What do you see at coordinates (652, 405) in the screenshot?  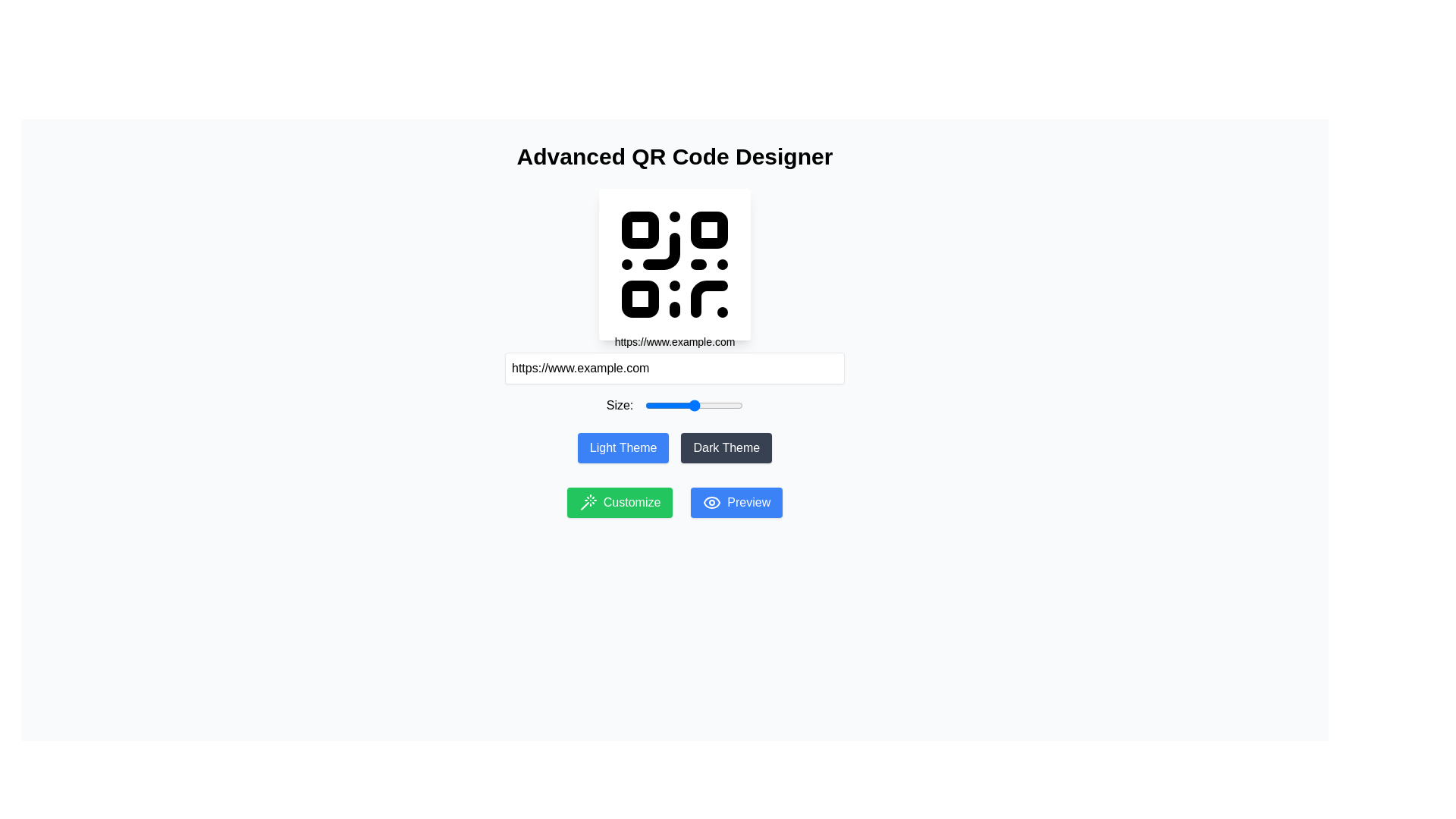 I see `the size value` at bounding box center [652, 405].